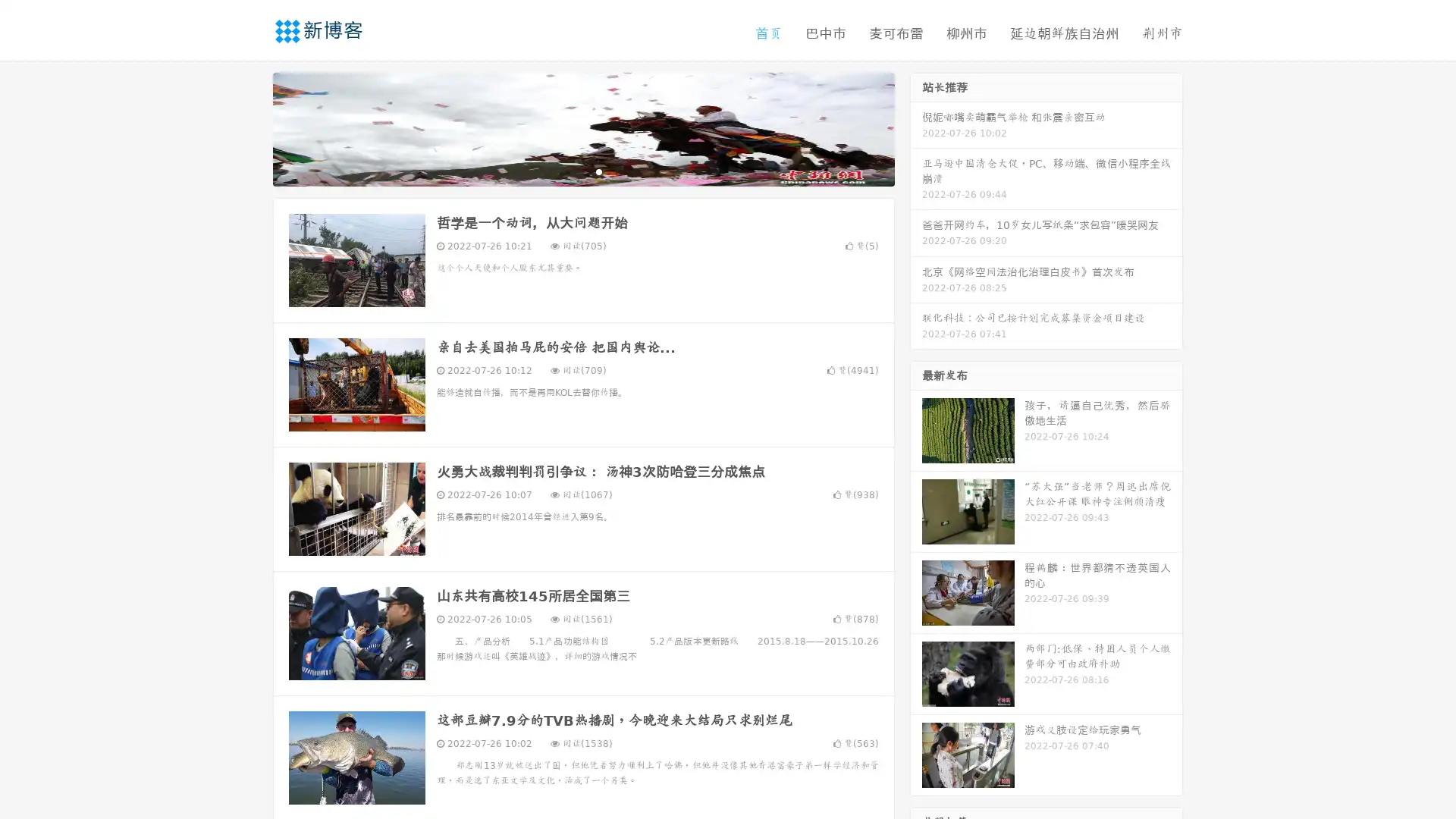 The width and height of the screenshot is (1456, 819). What do you see at coordinates (598, 171) in the screenshot?
I see `Go to slide 3` at bounding box center [598, 171].